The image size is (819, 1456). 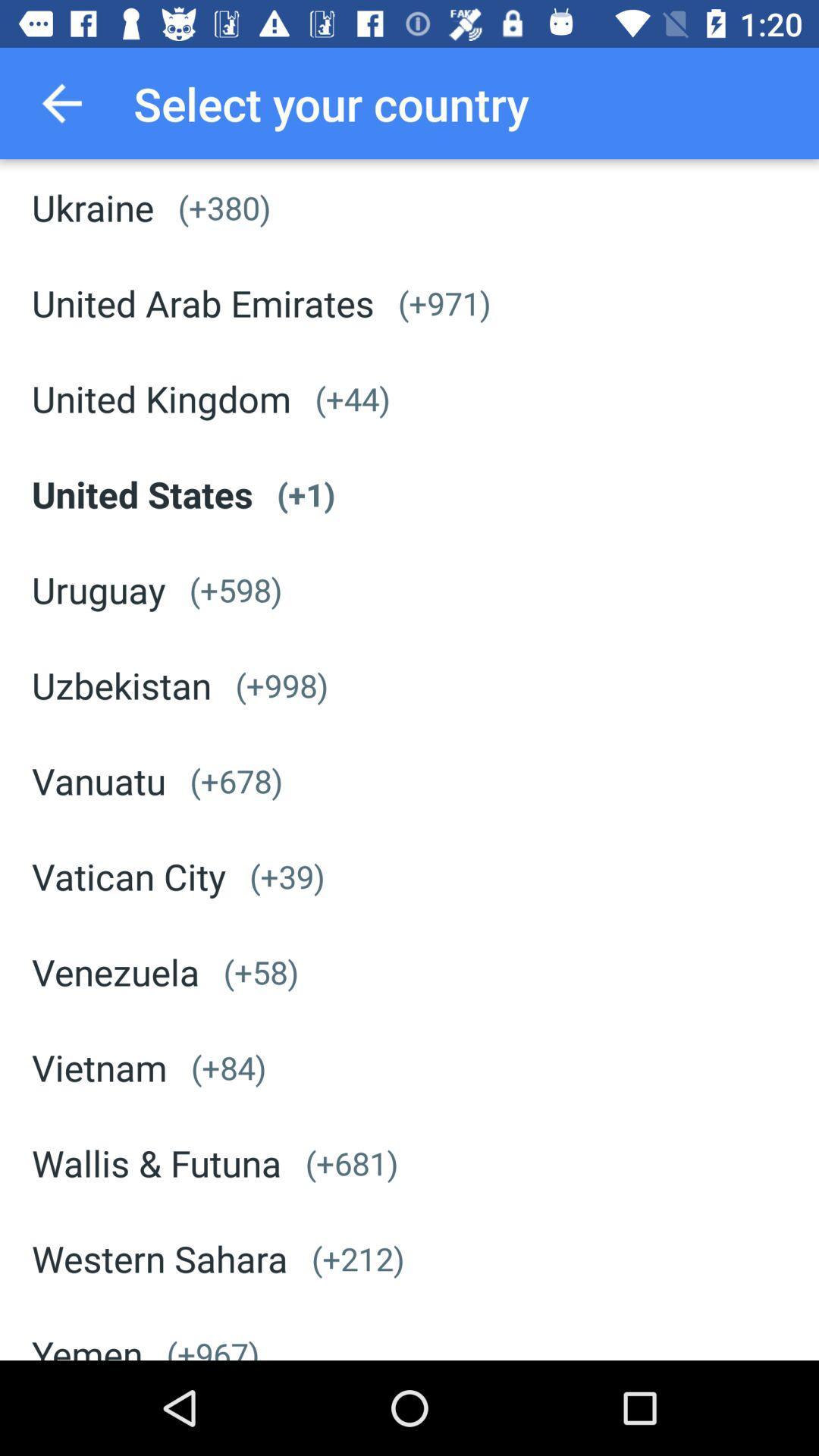 I want to click on (+39) icon, so click(x=287, y=876).